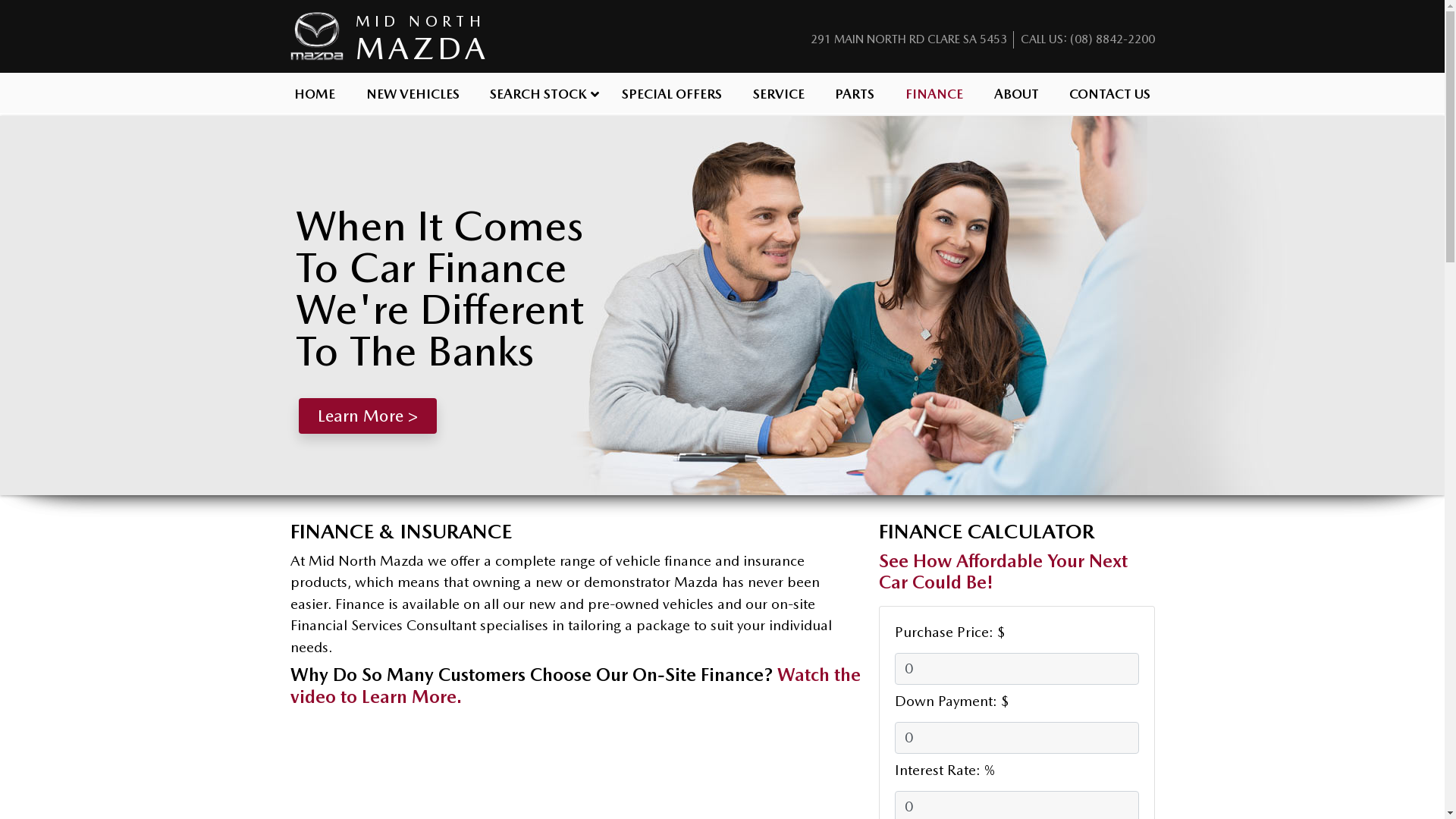 This screenshot has width=1456, height=819. Describe the element at coordinates (541, 93) in the screenshot. I see `'SEARCH STOCK'` at that location.